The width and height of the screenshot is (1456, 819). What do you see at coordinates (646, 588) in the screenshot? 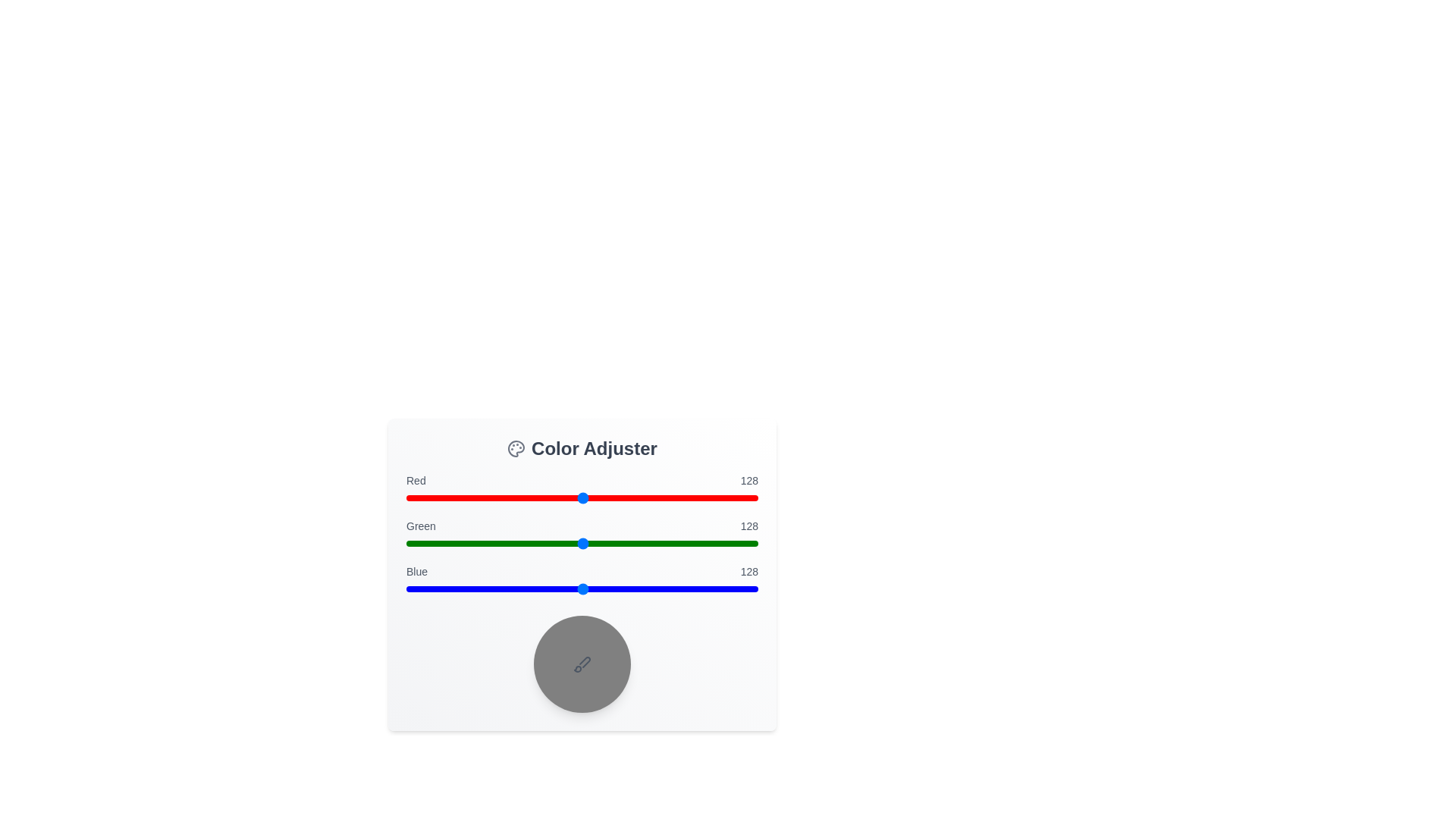
I see `the blue slider to set its value to 174` at bounding box center [646, 588].